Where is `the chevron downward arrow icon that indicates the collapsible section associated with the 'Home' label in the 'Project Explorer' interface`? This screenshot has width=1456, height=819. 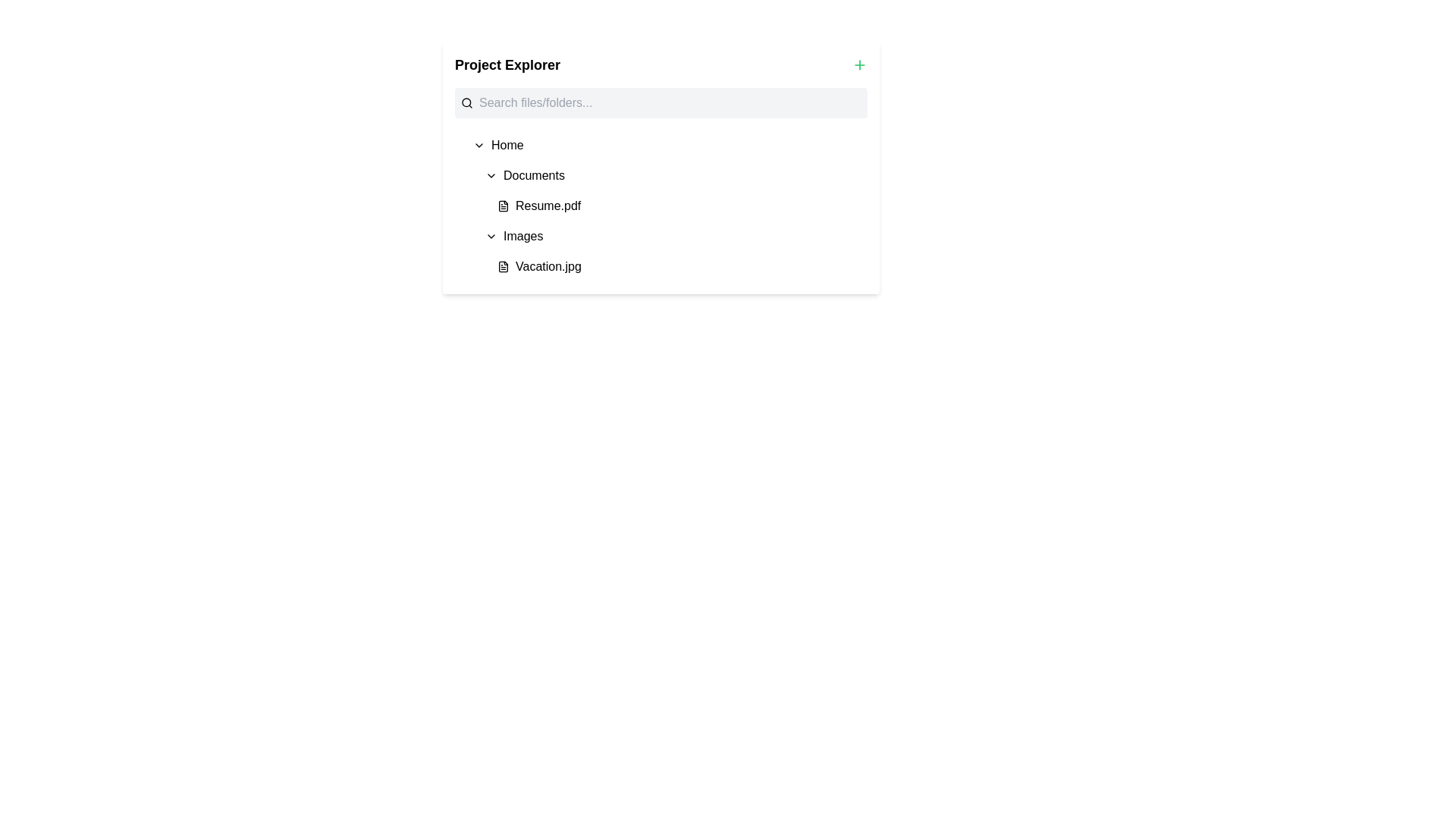
the chevron downward arrow icon that indicates the collapsible section associated with the 'Home' label in the 'Project Explorer' interface is located at coordinates (479, 146).